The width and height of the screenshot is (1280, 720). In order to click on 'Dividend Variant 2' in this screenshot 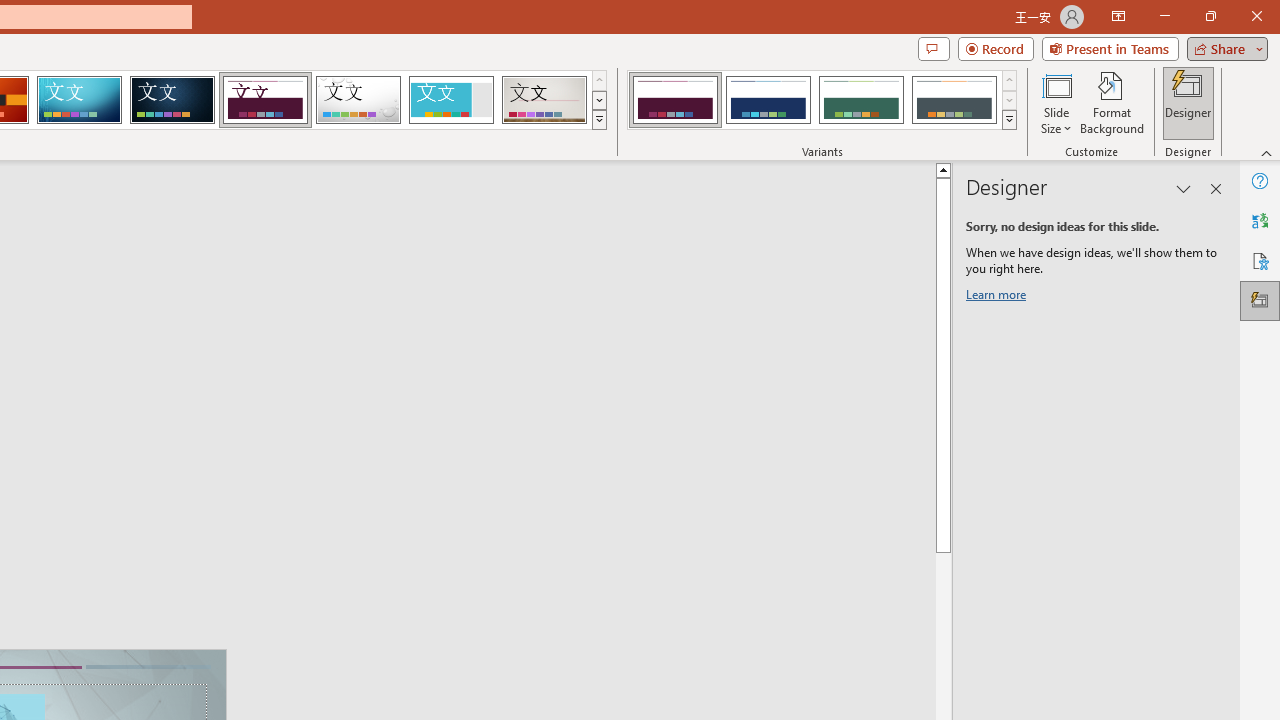, I will do `click(767, 100)`.